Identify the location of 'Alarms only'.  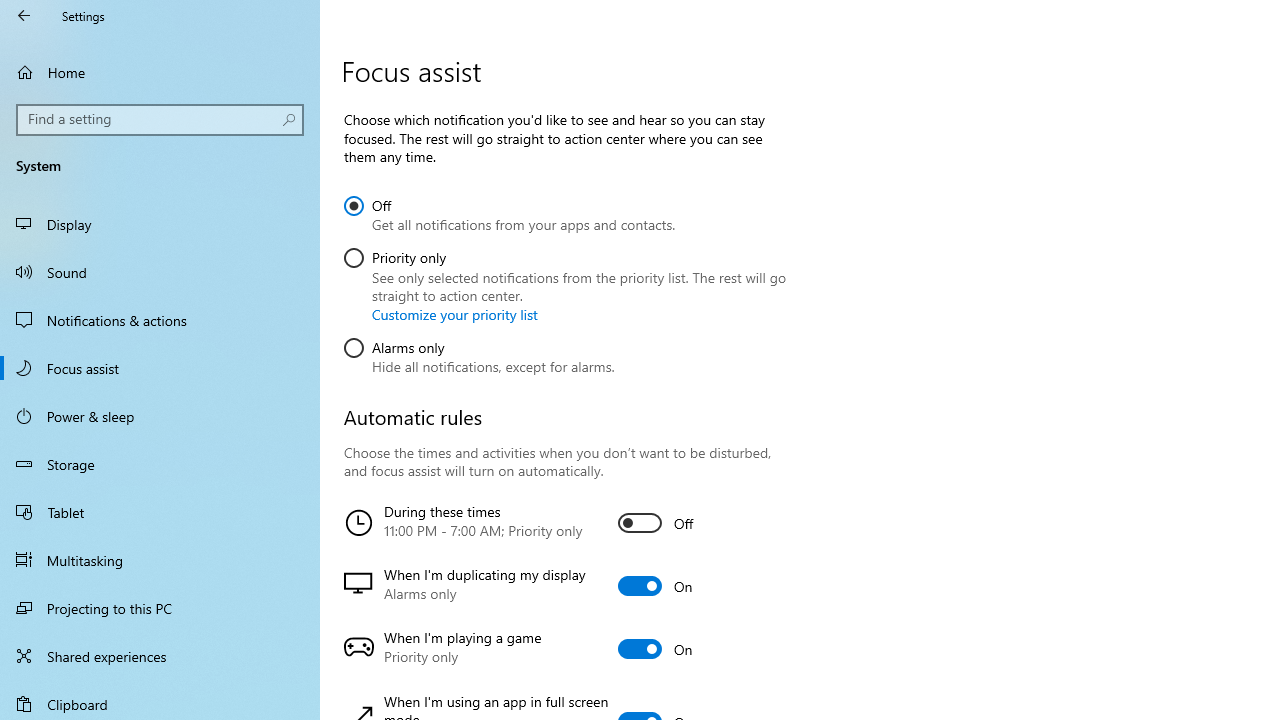
(478, 352).